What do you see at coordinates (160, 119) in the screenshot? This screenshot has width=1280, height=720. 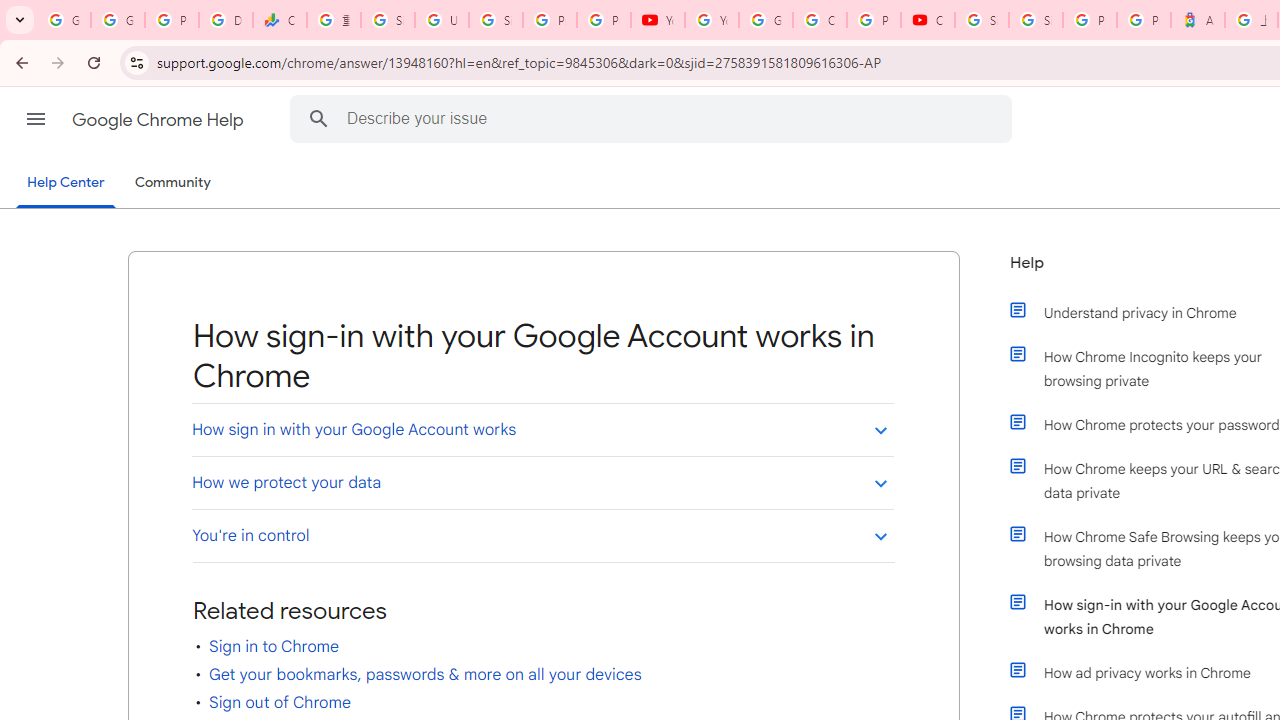 I see `'Google Chrome Help'` at bounding box center [160, 119].